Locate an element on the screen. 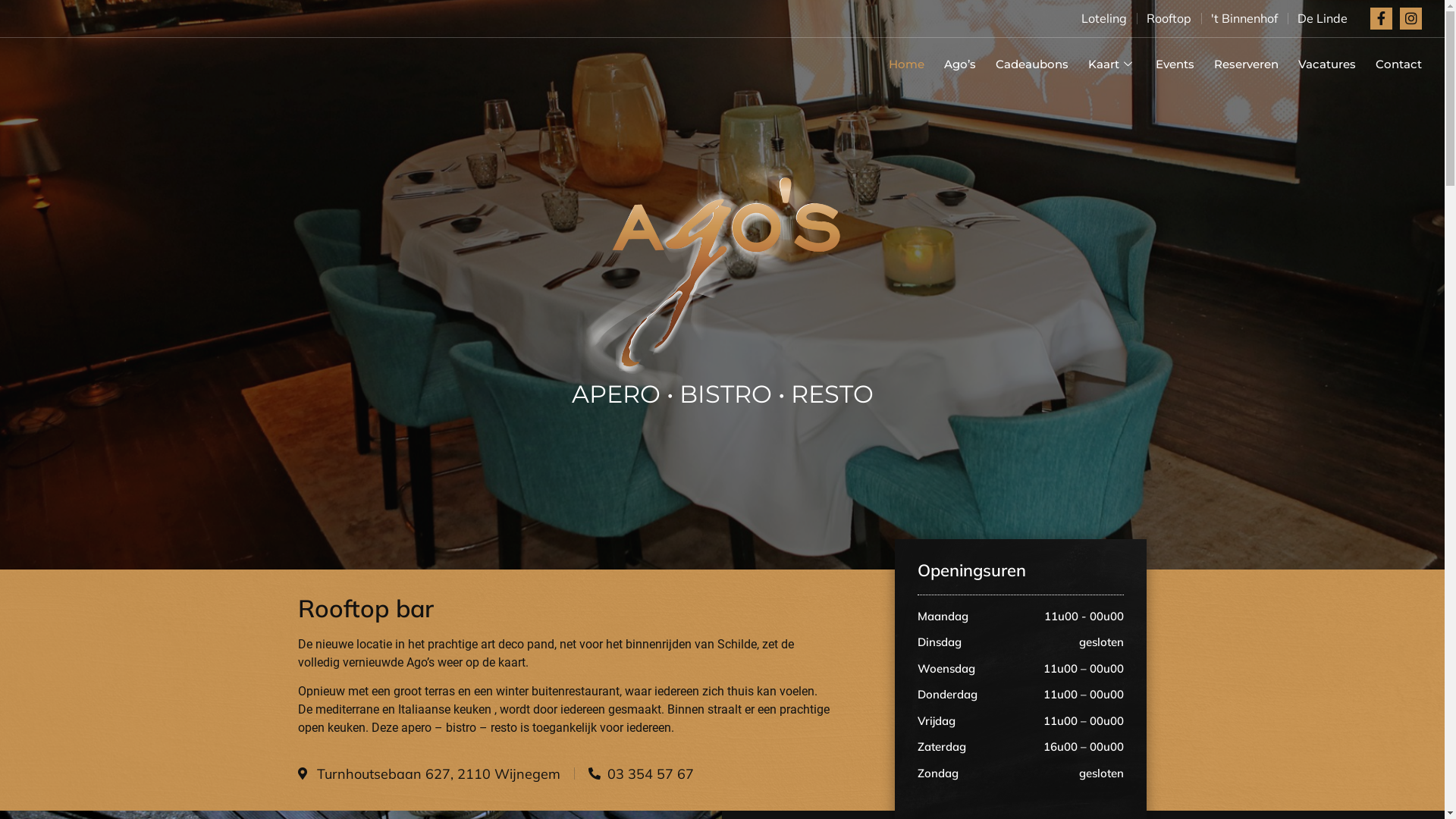 This screenshot has width=1456, height=819. 'Turnhoutsebaan 627, 2110 Wijnegem' is located at coordinates (428, 773).